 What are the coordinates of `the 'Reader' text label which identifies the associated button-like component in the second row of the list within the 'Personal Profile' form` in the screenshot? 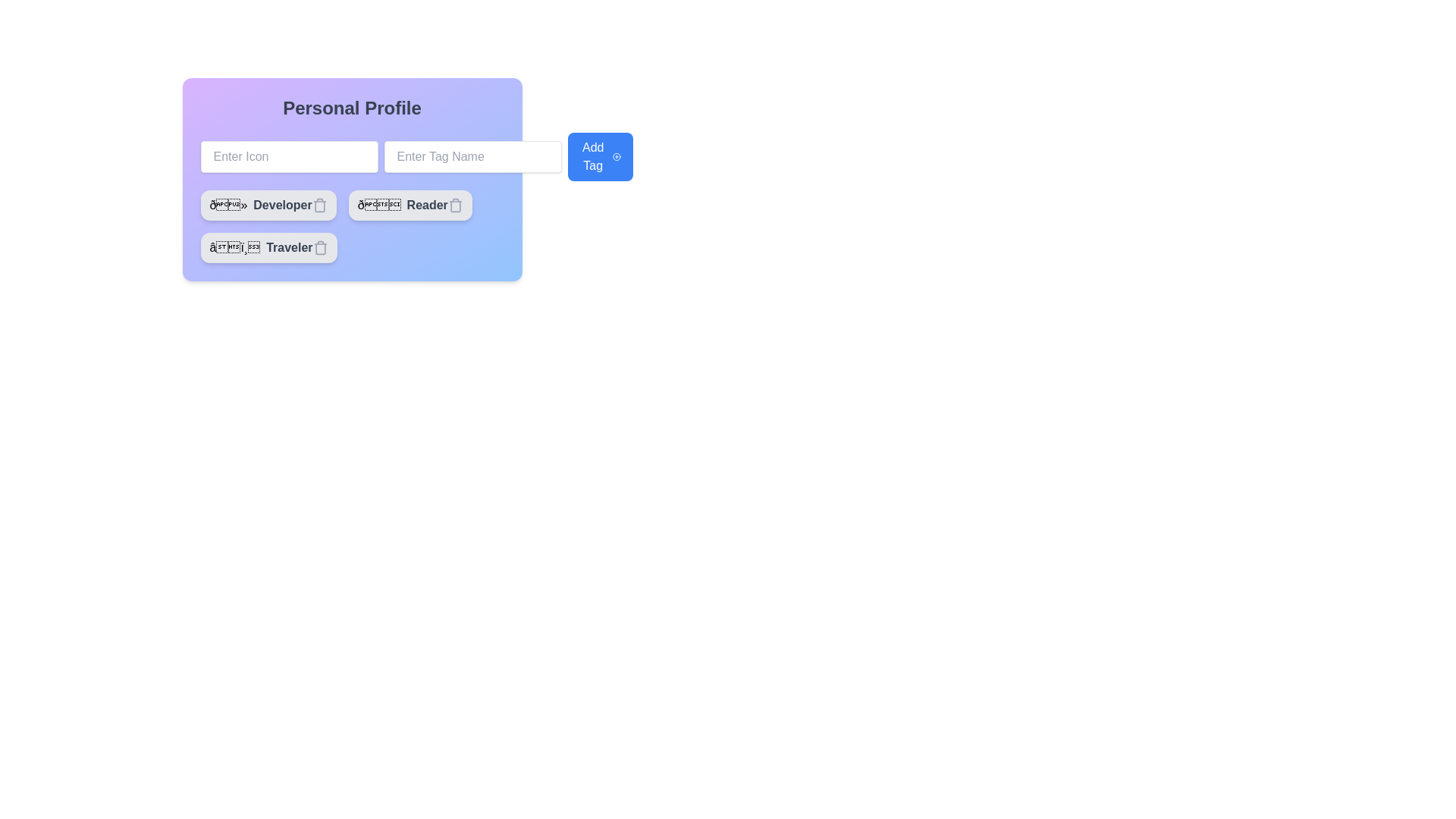 It's located at (426, 205).